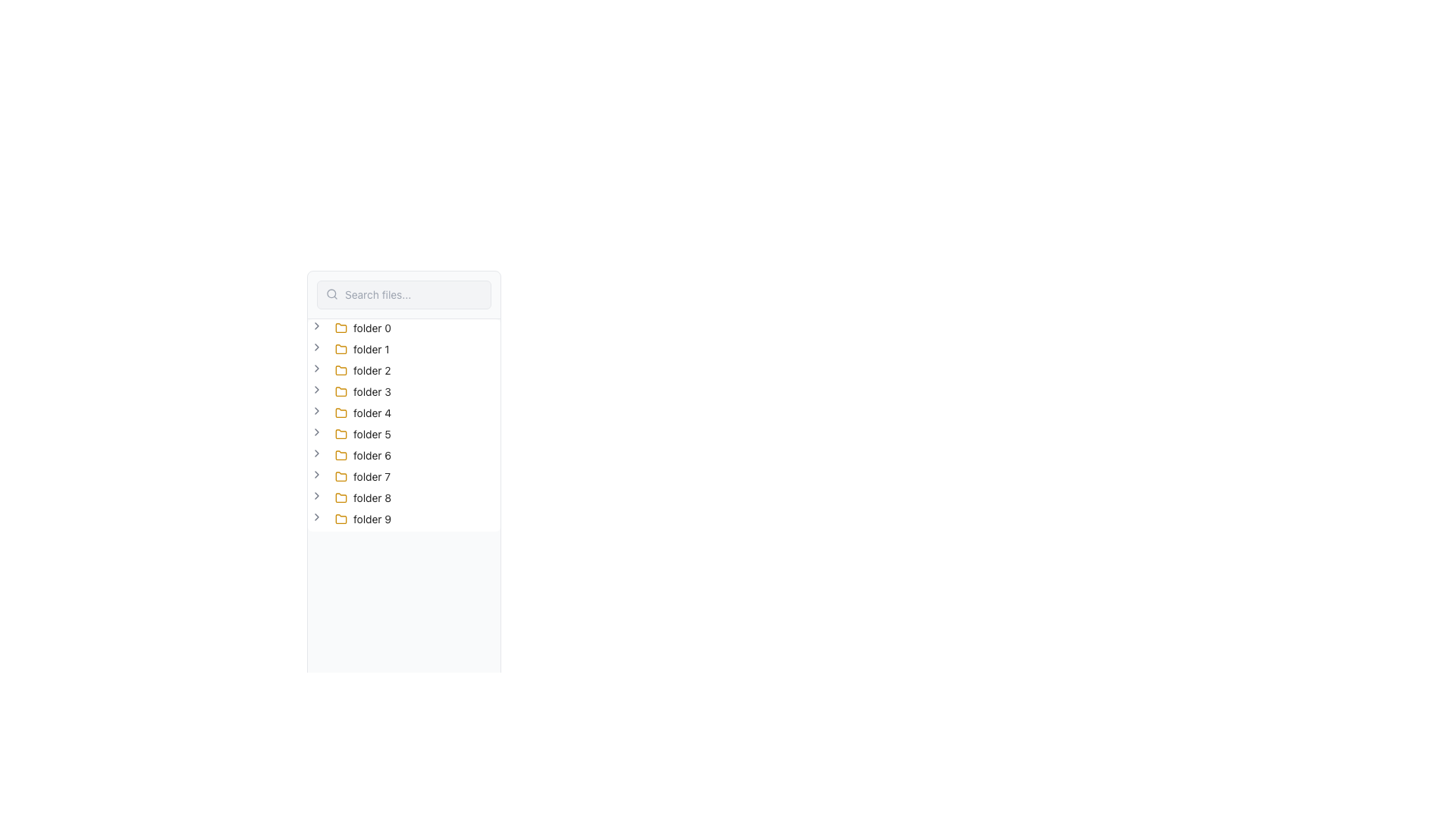 The height and width of the screenshot is (819, 1456). I want to click on the Tree view node item labeled 'folder 9', so click(362, 519).